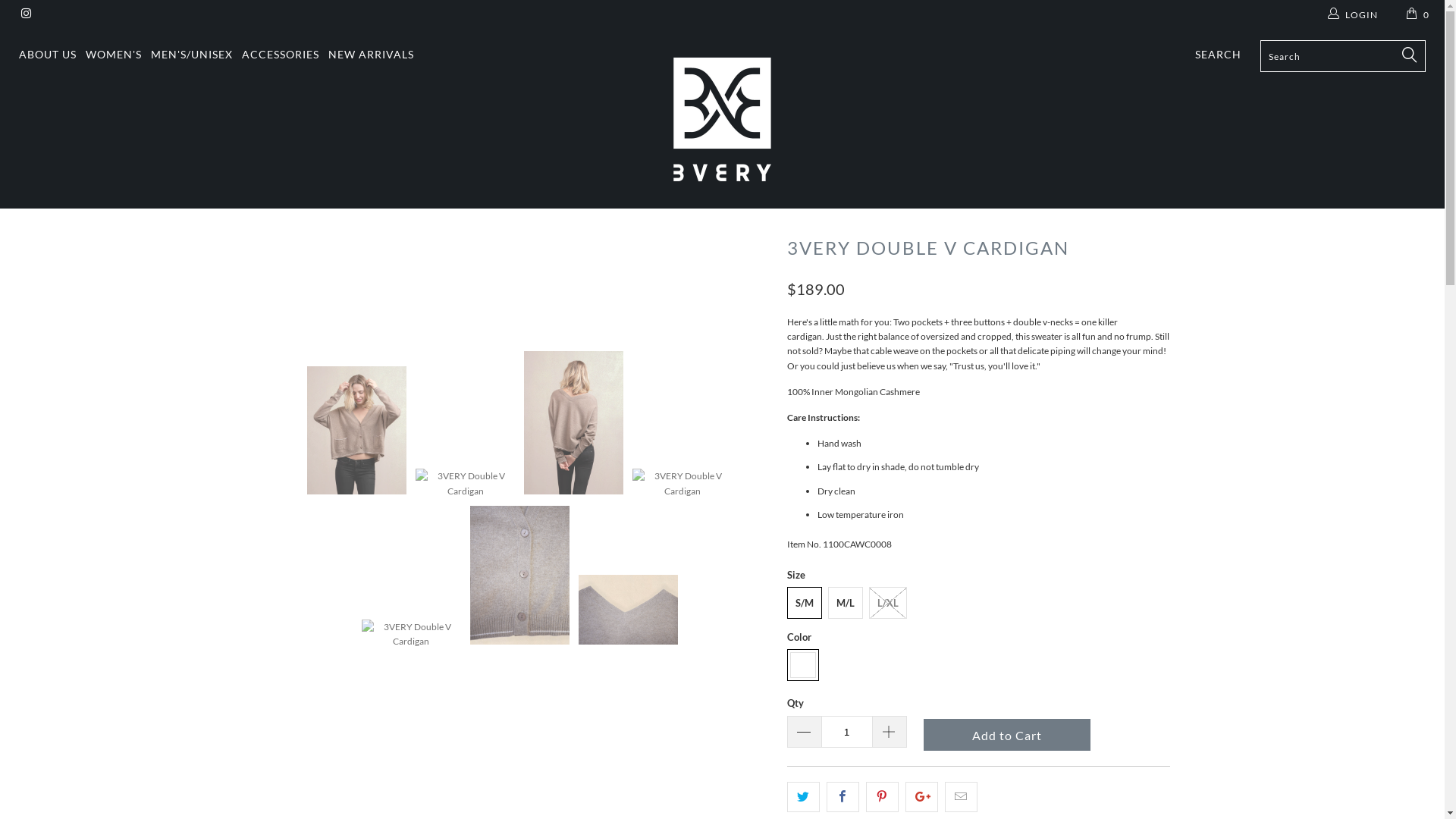 This screenshot has height=819, width=1456. What do you see at coordinates (25, 14) in the screenshot?
I see `'3VERY on Instagram'` at bounding box center [25, 14].